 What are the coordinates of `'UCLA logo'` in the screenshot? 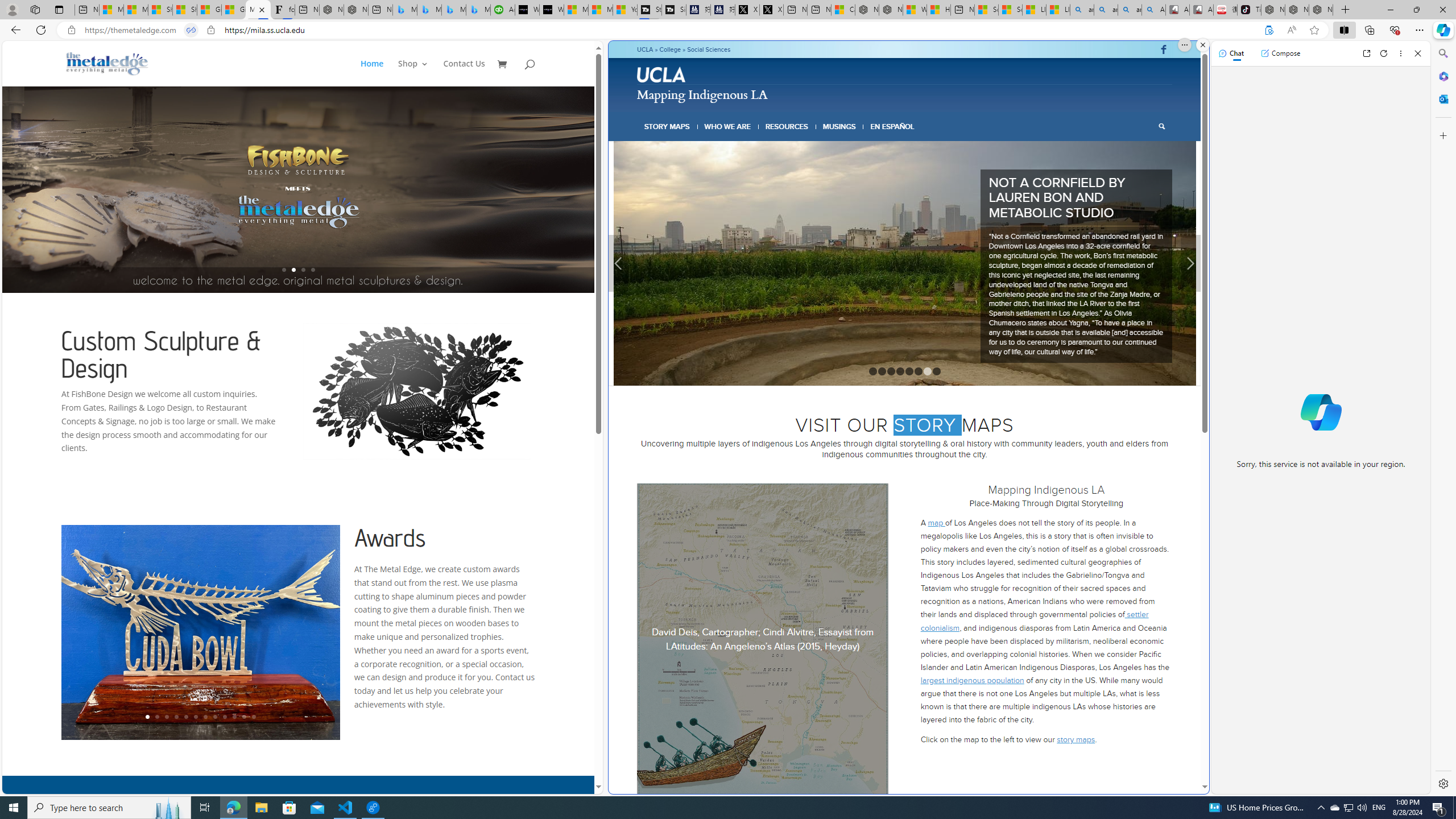 It's located at (661, 76).